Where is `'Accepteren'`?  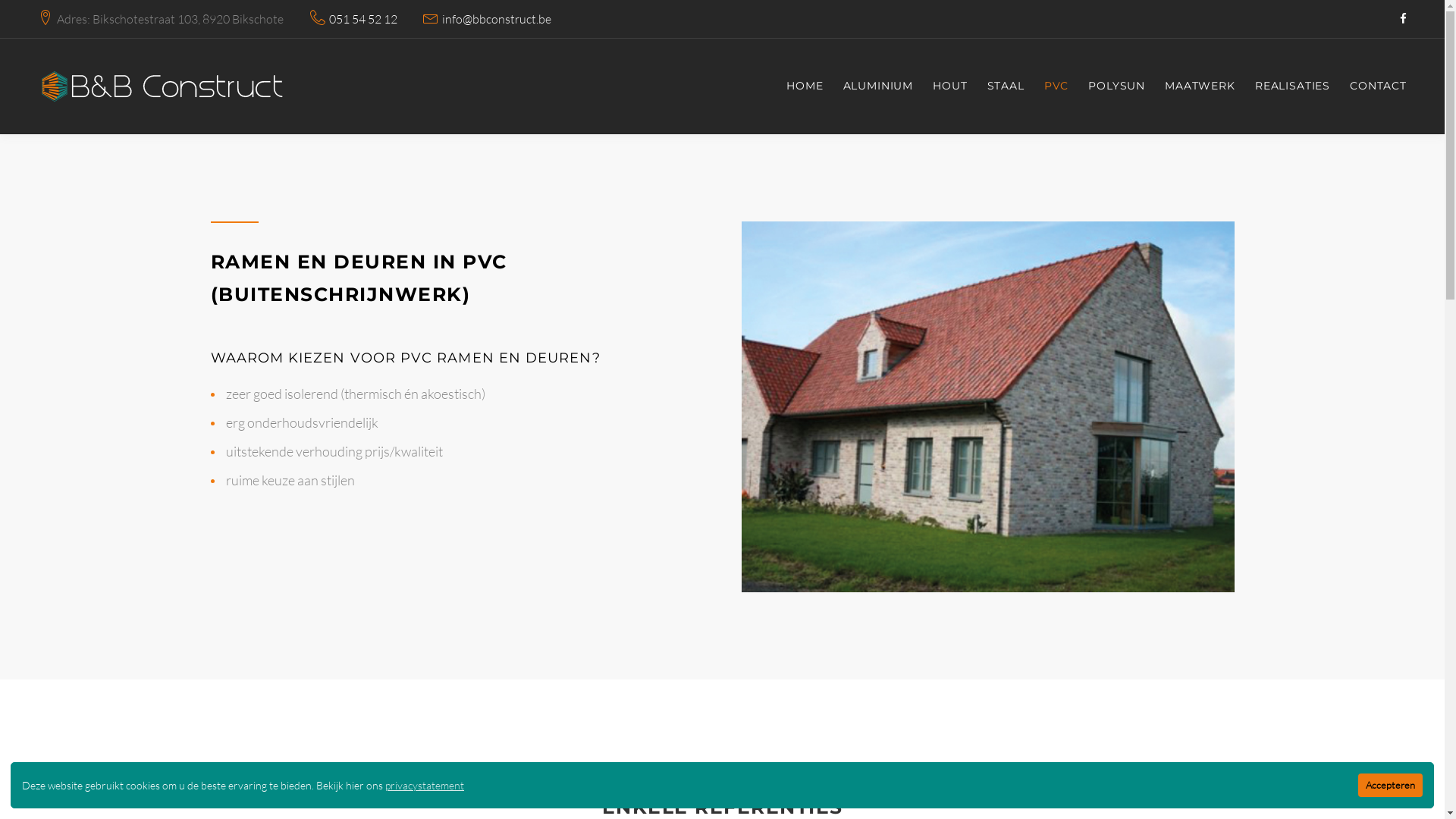
'Accepteren' is located at coordinates (1390, 785).